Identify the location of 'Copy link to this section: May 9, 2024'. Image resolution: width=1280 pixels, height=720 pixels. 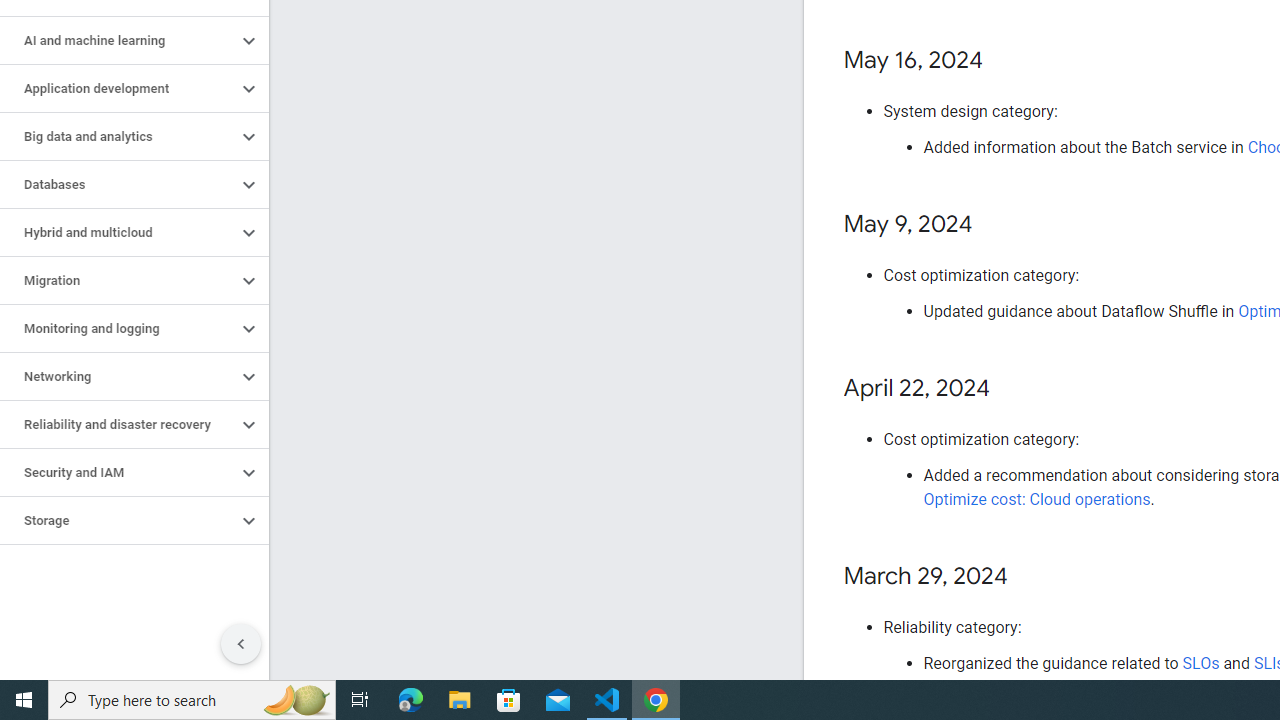
(992, 225).